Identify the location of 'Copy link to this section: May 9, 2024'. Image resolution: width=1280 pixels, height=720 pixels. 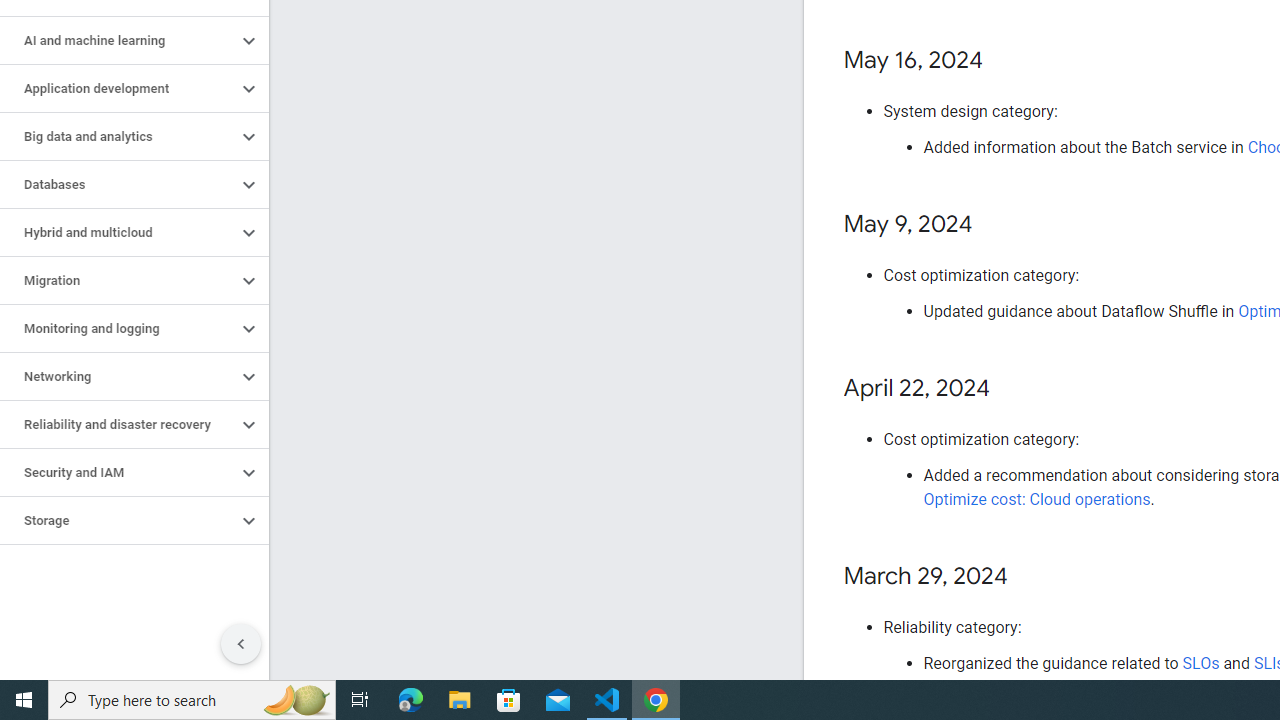
(992, 225).